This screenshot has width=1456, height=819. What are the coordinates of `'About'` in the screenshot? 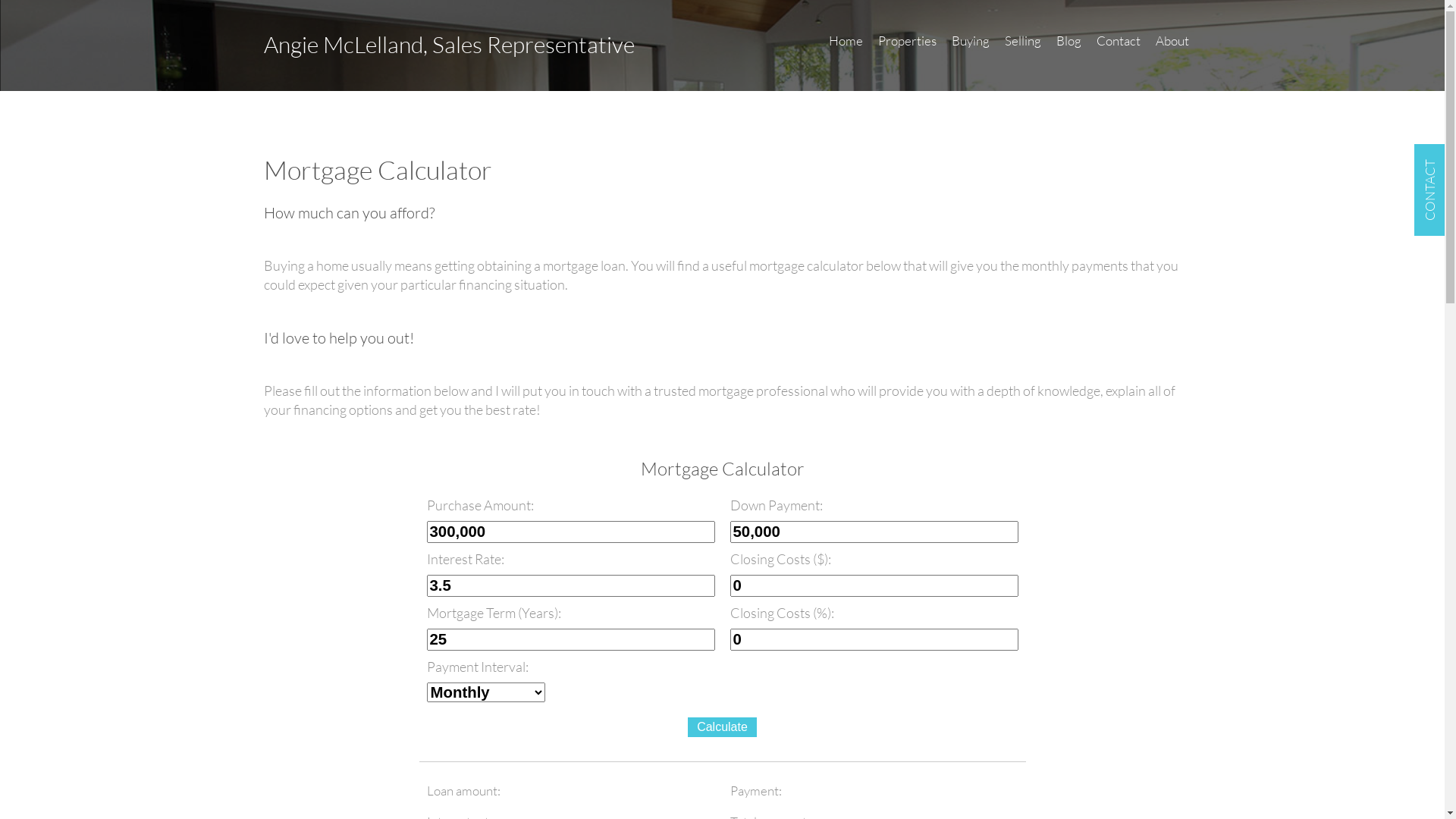 It's located at (1171, 45).